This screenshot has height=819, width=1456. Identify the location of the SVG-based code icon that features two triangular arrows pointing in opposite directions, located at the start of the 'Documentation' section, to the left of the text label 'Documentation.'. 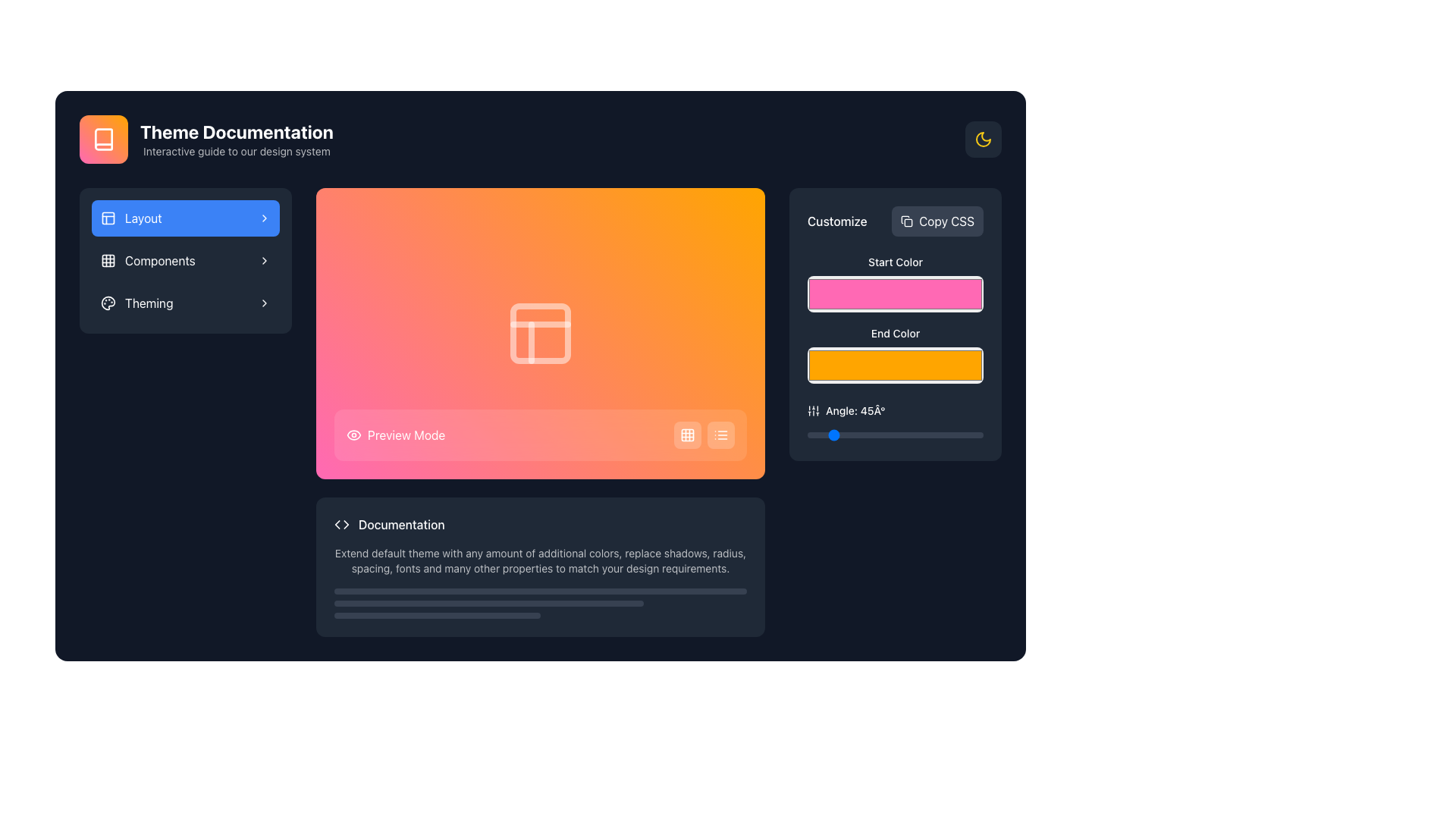
(341, 523).